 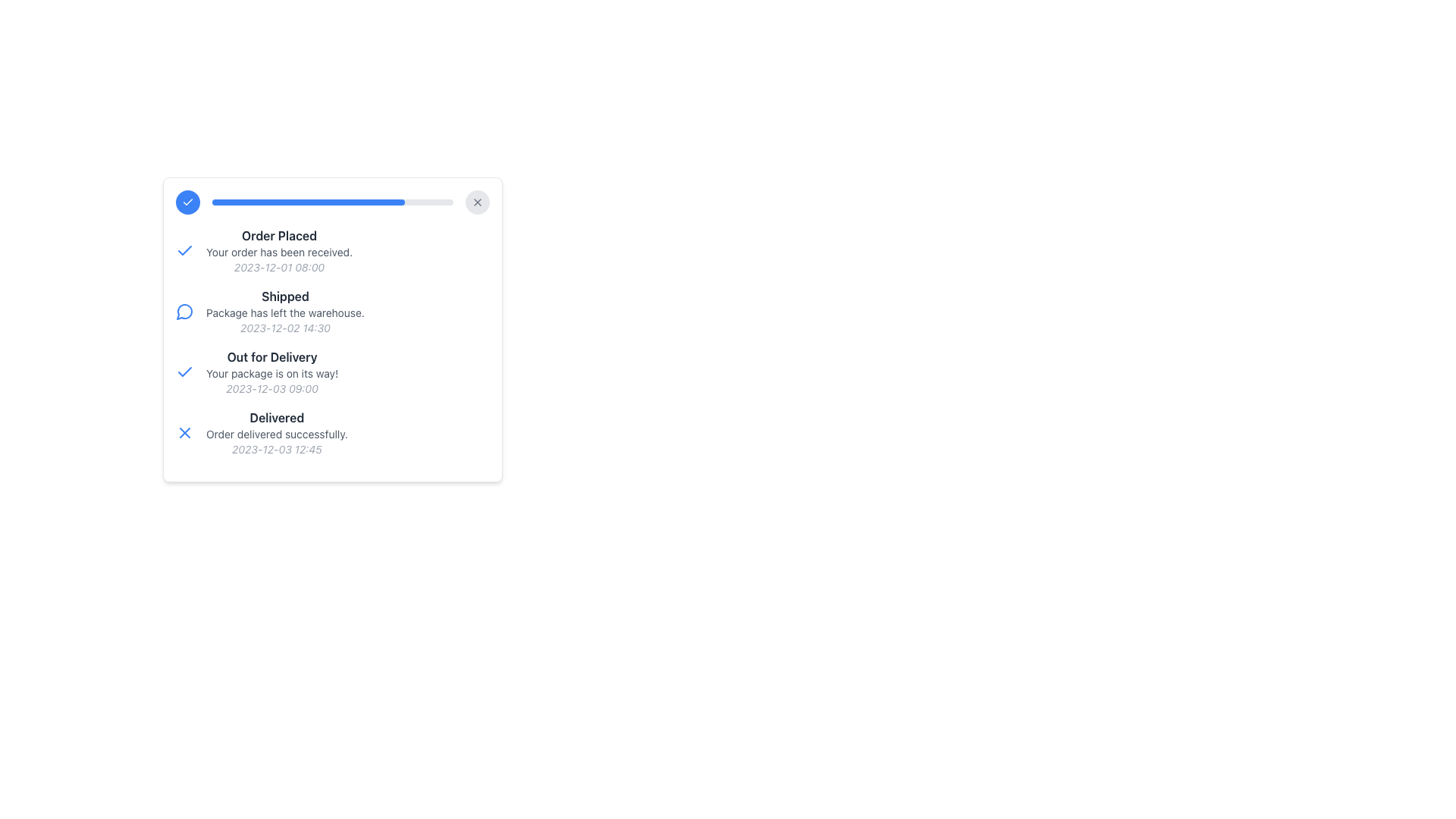 I want to click on the 'Delivered' stage icon located directly to the left of the text 'Delivered' and 'Order delivered successfully. 2023-12-03 12:45' in the bottom-most row of the progress section, so click(x=184, y=432).